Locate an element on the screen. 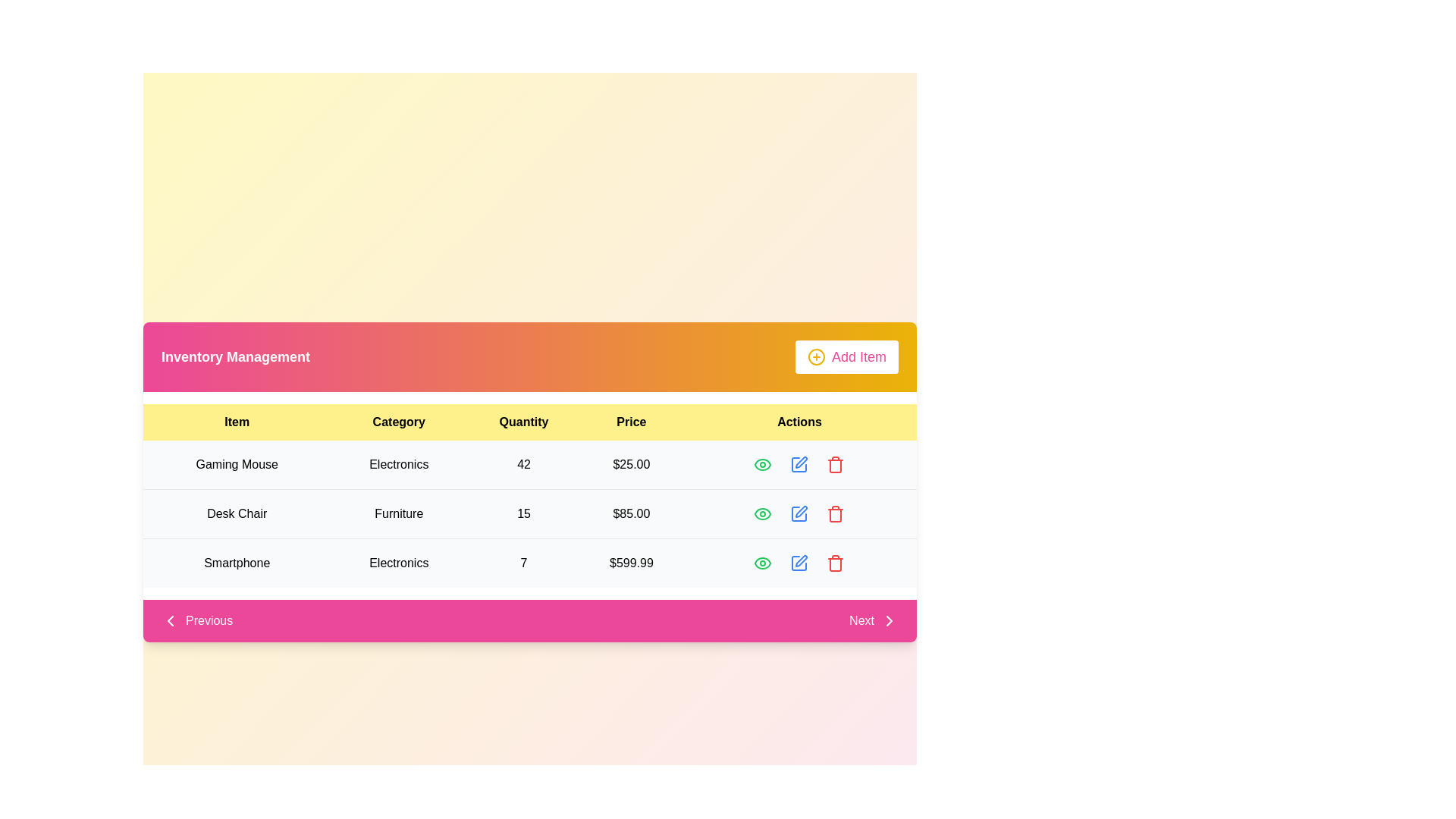  the 'Quantity' label, which is styled in bold on a yellow background in the table header, centrally aligned as the third column from the left is located at coordinates (524, 422).